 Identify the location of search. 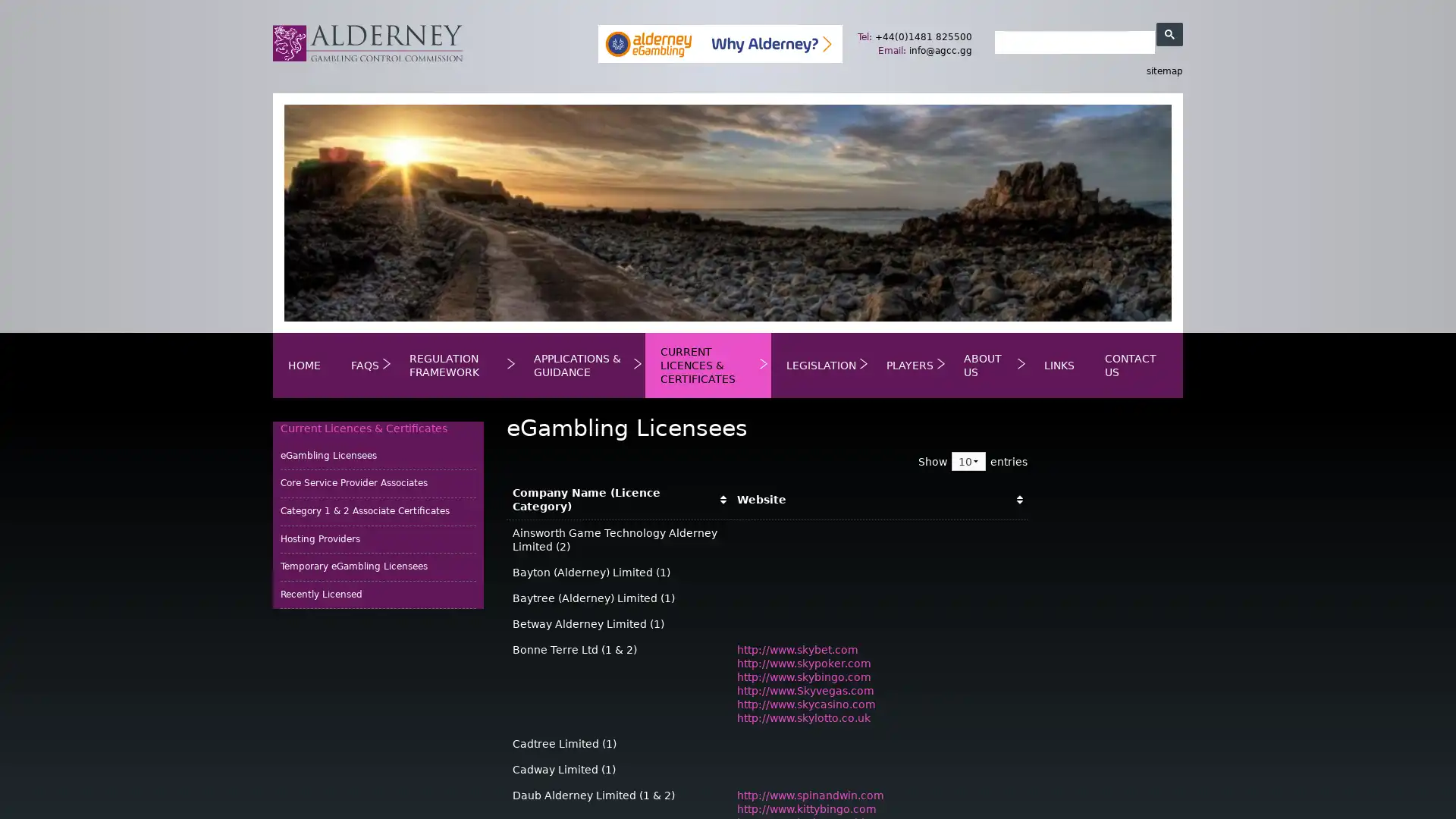
(1169, 34).